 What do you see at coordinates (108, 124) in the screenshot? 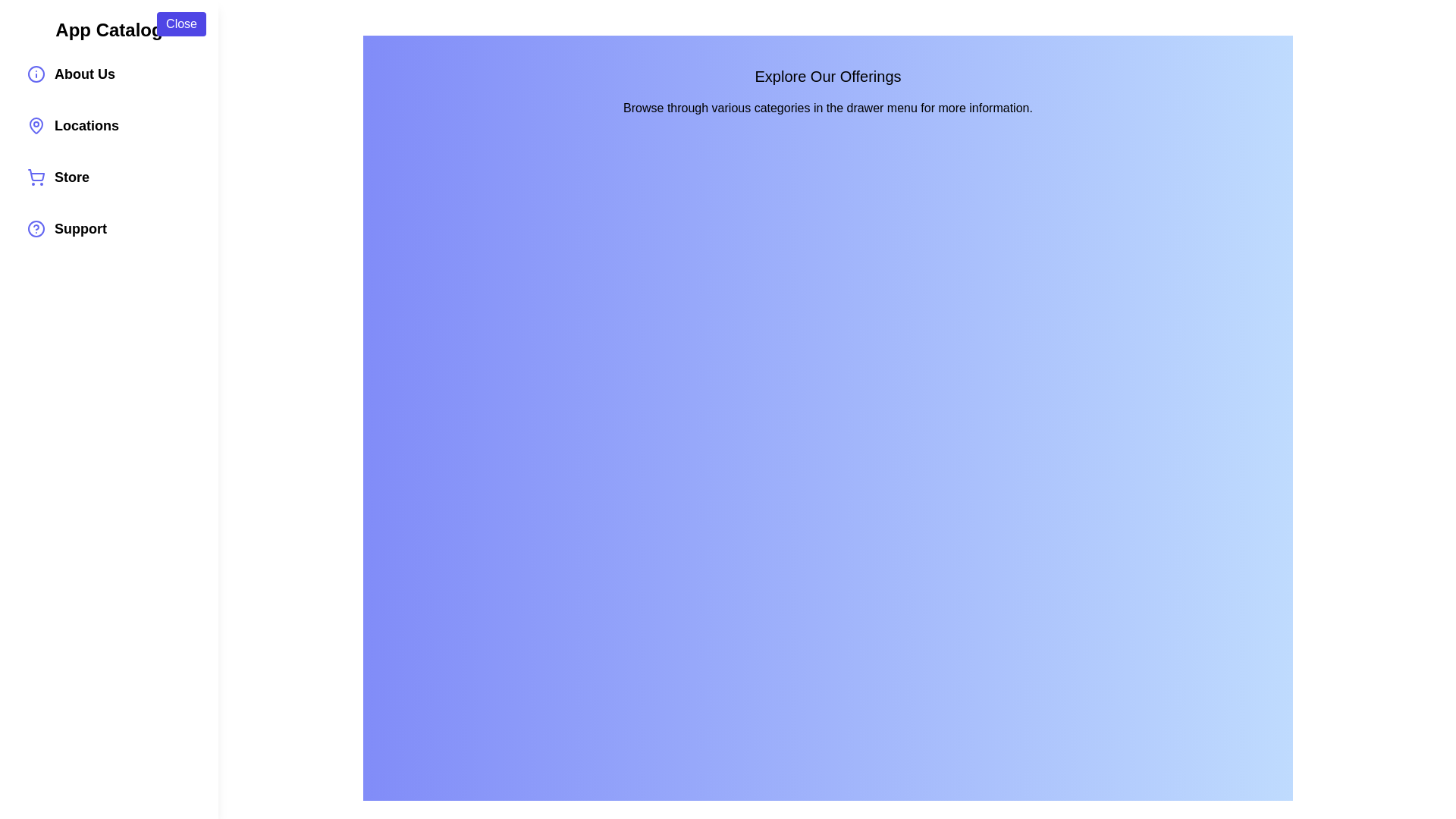
I see `the category item Locations to see its hover effect` at bounding box center [108, 124].